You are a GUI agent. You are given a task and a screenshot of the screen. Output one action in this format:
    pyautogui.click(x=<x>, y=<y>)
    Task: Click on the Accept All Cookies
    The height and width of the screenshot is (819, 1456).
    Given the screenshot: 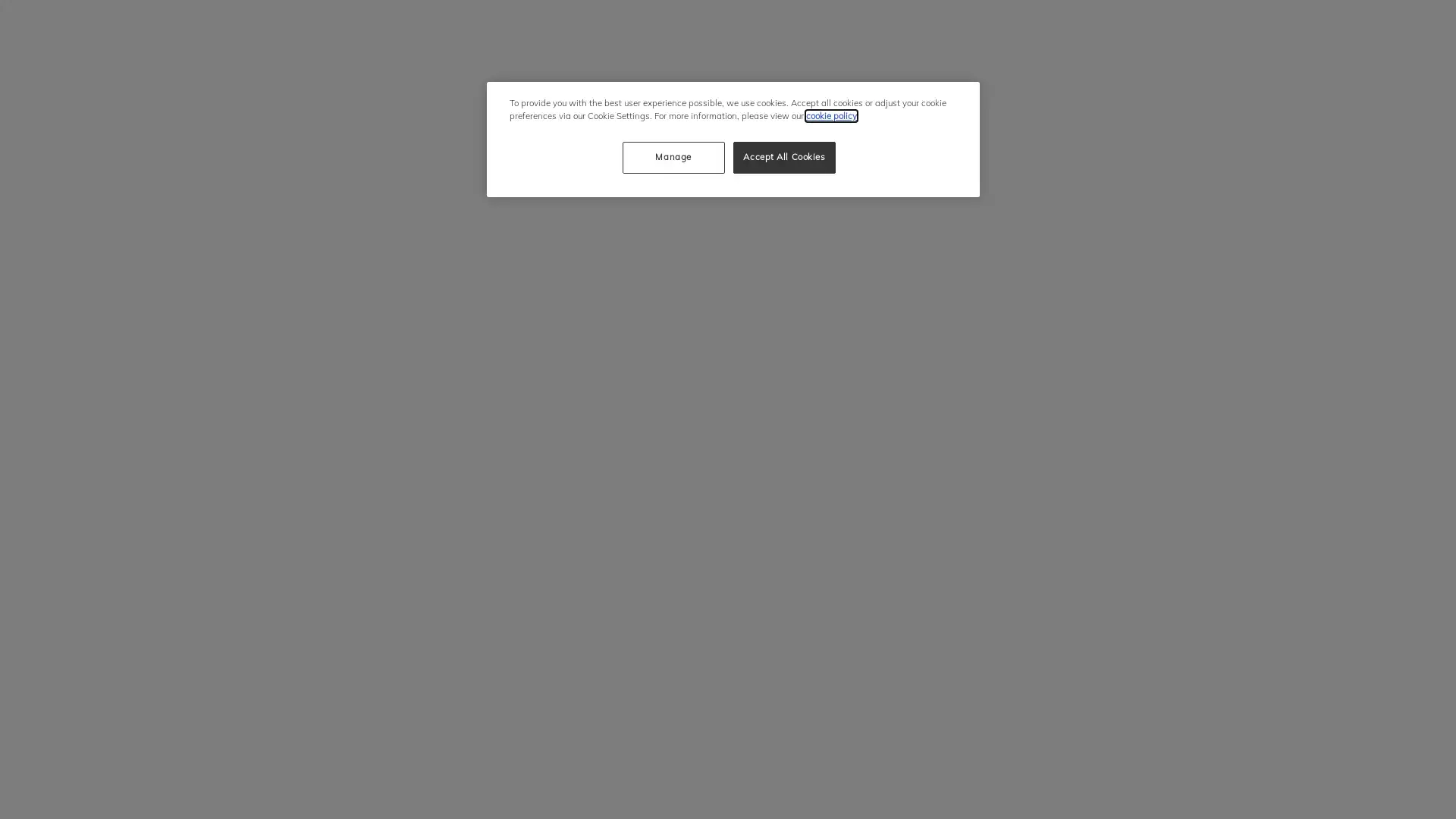 What is the action you would take?
    pyautogui.click(x=784, y=158)
    